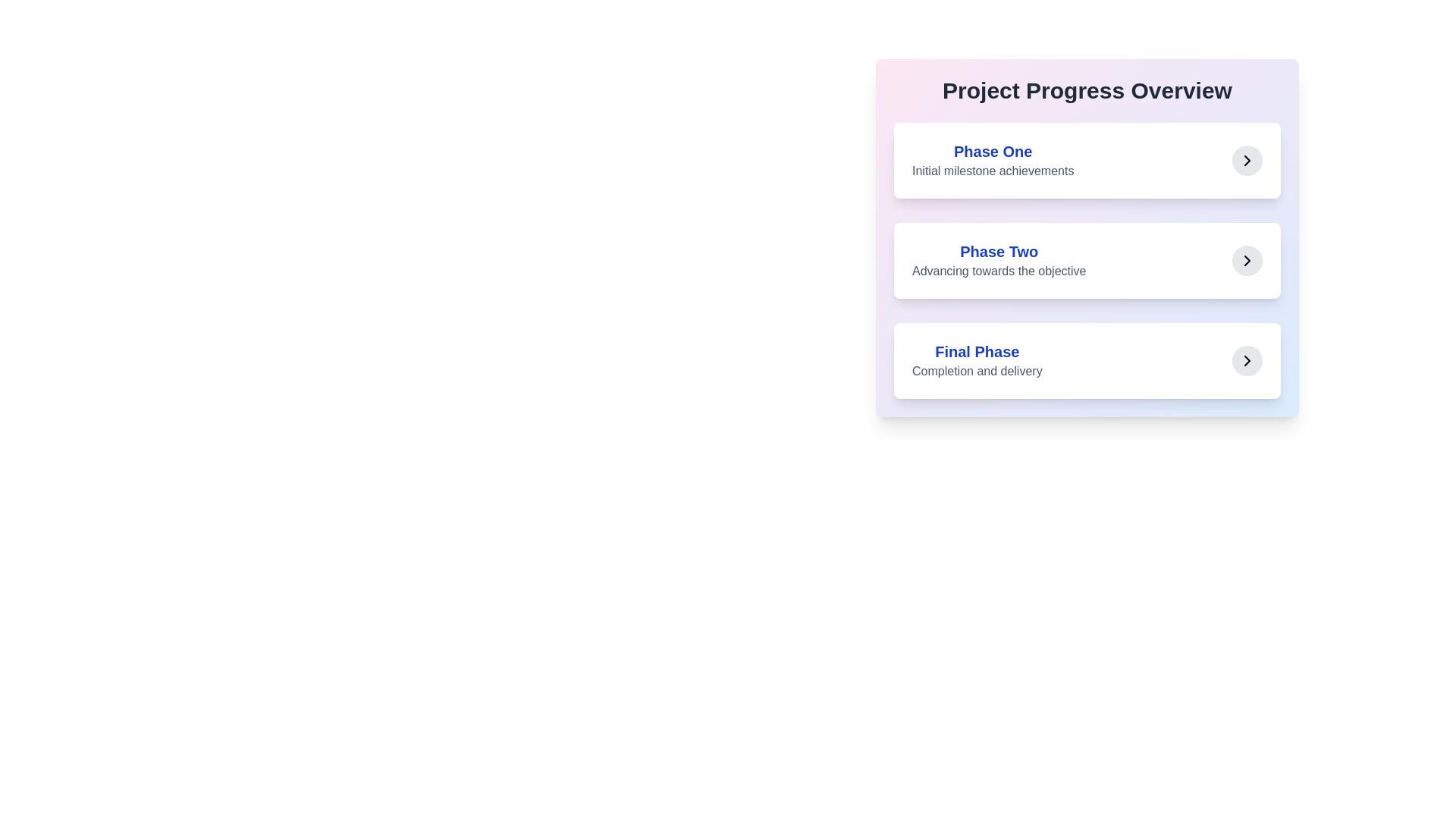  Describe the element at coordinates (999, 259) in the screenshot. I see `the descriptive Text block for the second phase of the project, located under the panel titled 'Project Progress Overview'` at that location.